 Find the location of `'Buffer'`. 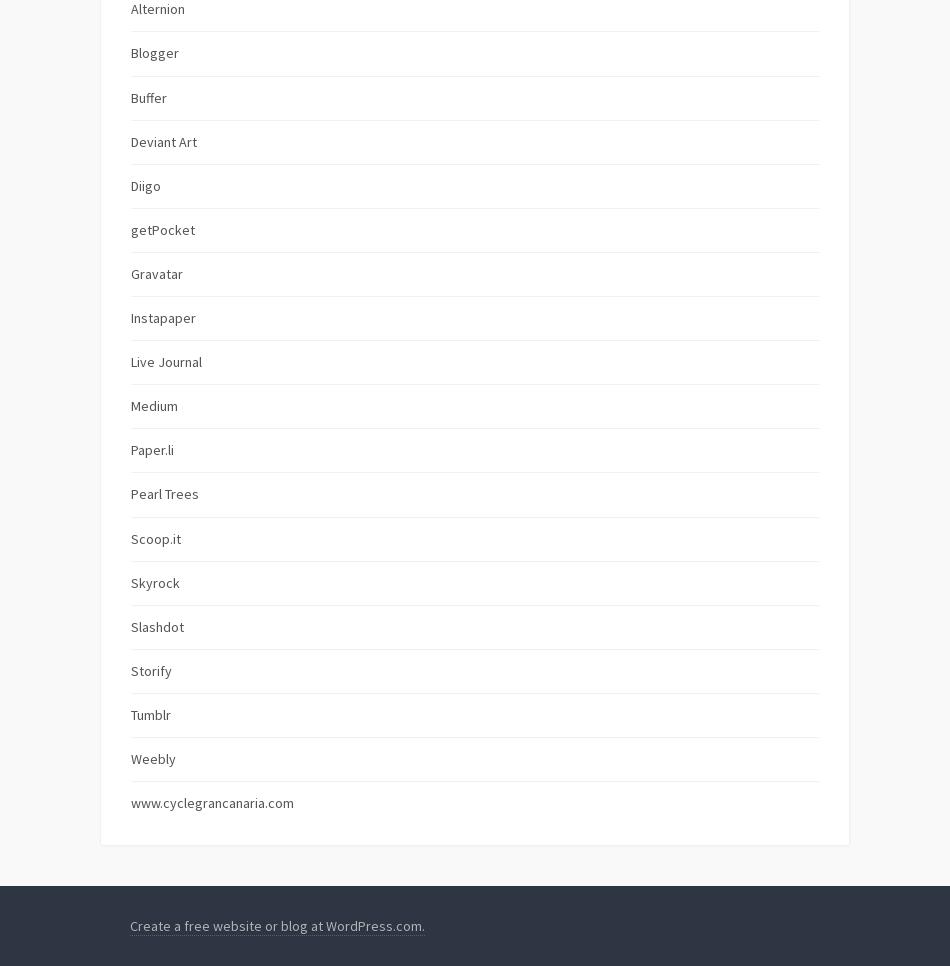

'Buffer' is located at coordinates (148, 95).